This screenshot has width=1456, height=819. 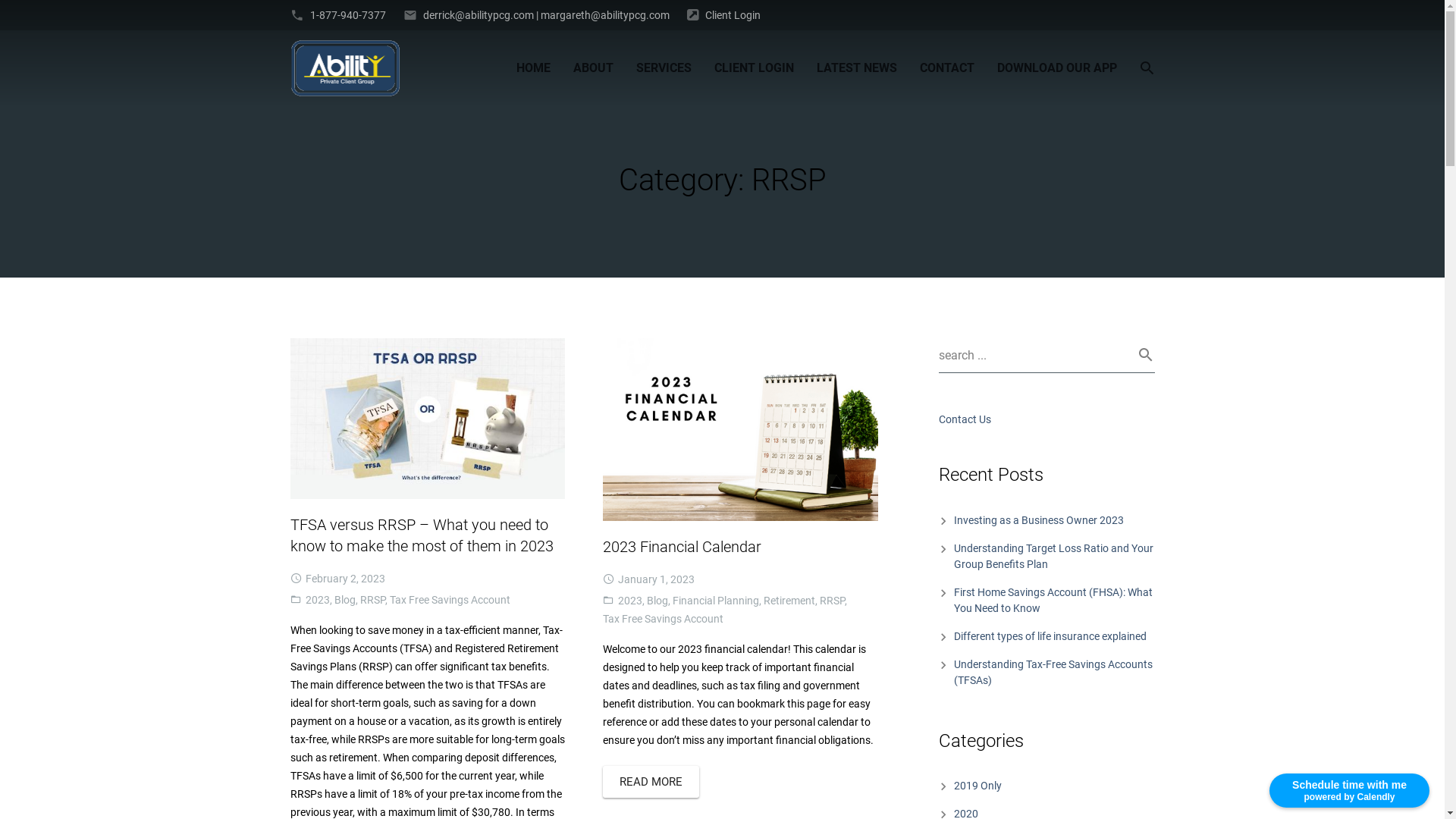 I want to click on 'Financial Planning', so click(x=715, y=599).